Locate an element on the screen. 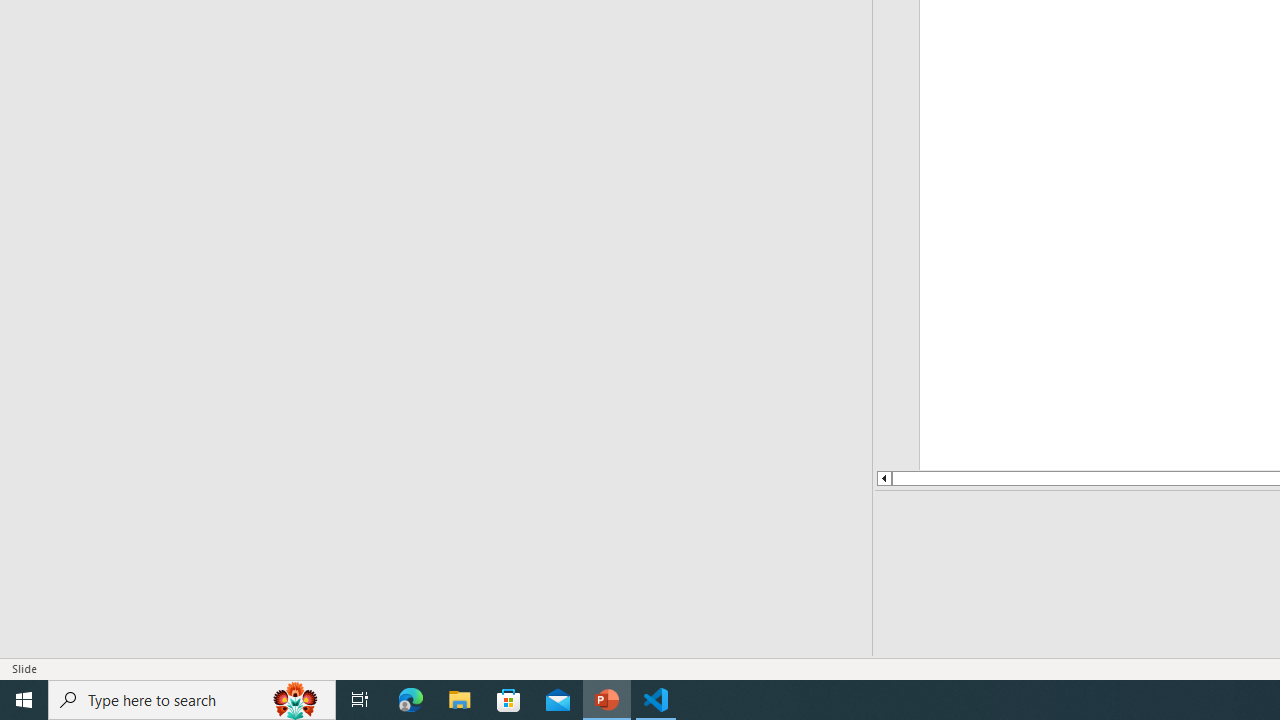 The image size is (1280, 720). 'Start' is located at coordinates (24, 698).